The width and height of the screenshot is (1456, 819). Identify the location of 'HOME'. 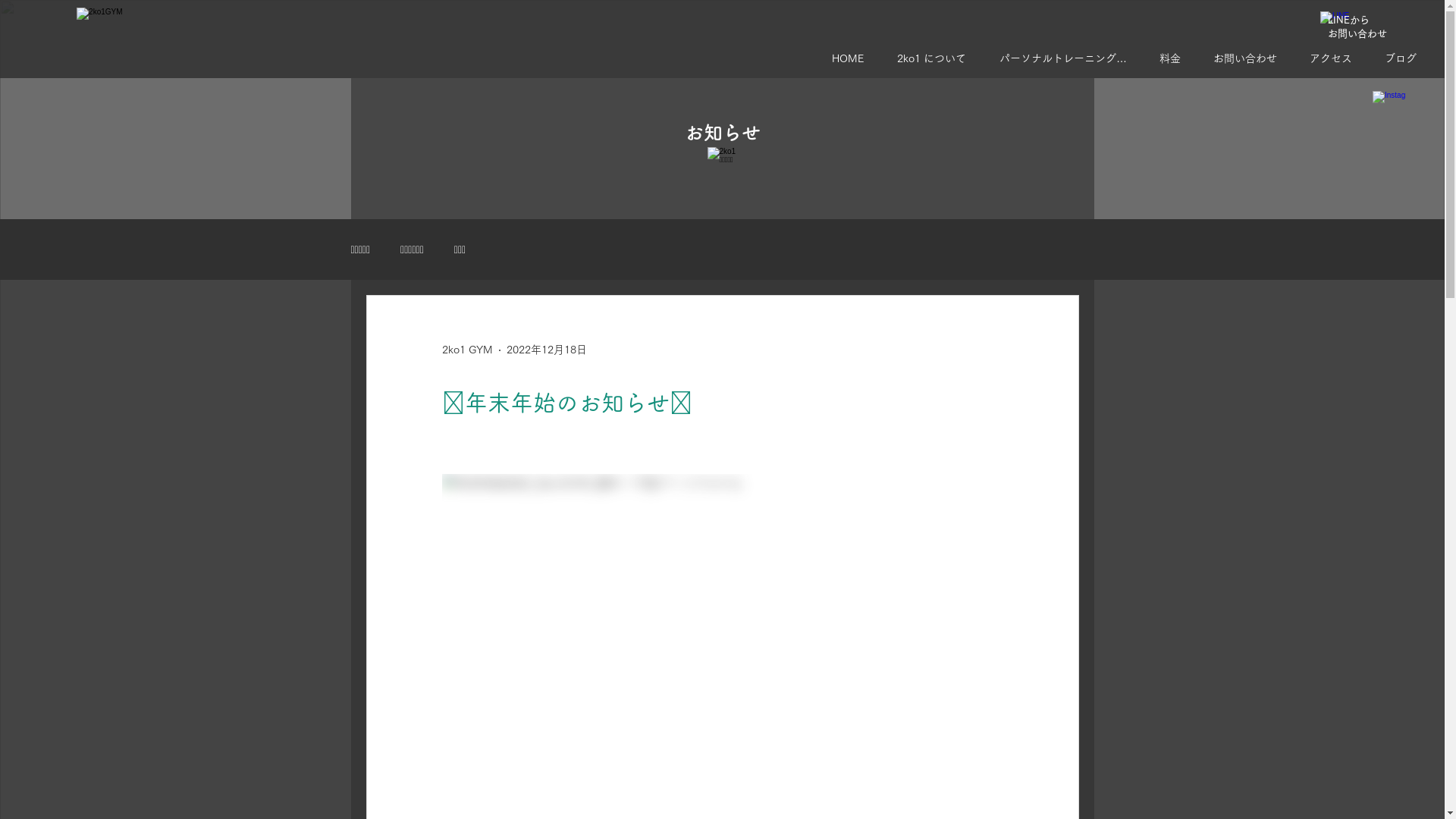
(852, 58).